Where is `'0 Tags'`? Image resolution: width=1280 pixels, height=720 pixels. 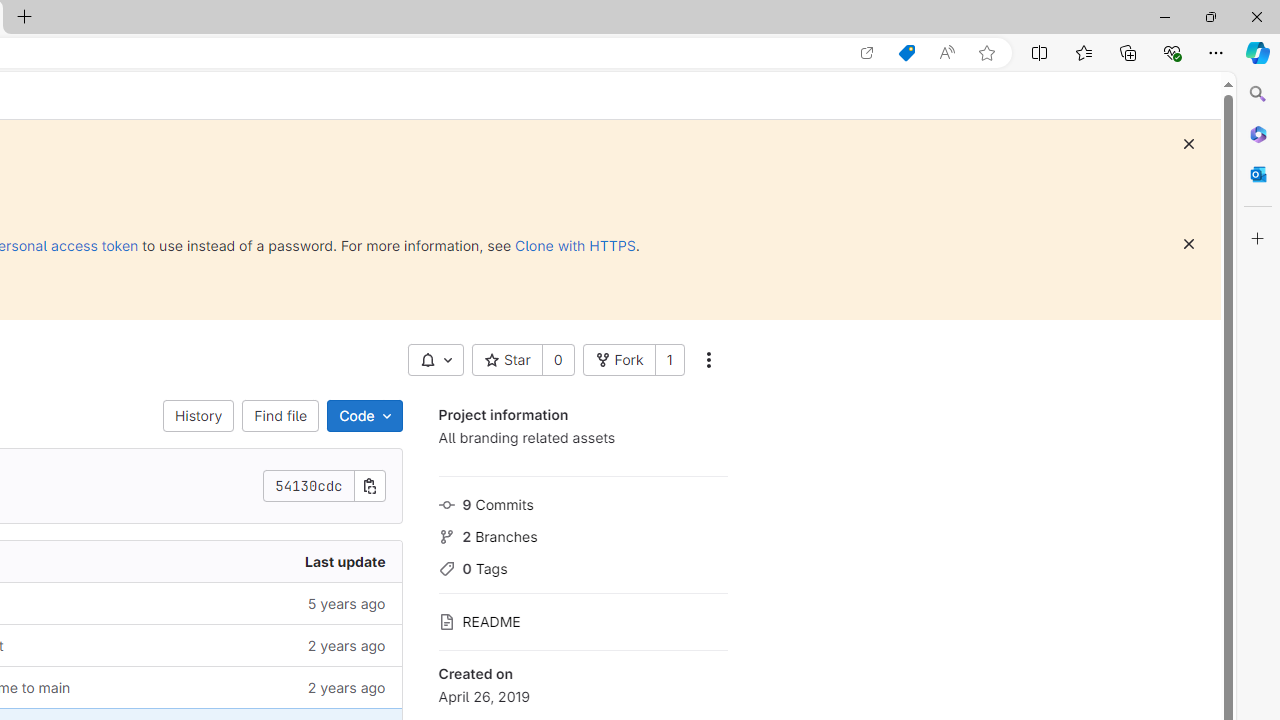
'0 Tags' is located at coordinates (582, 567).